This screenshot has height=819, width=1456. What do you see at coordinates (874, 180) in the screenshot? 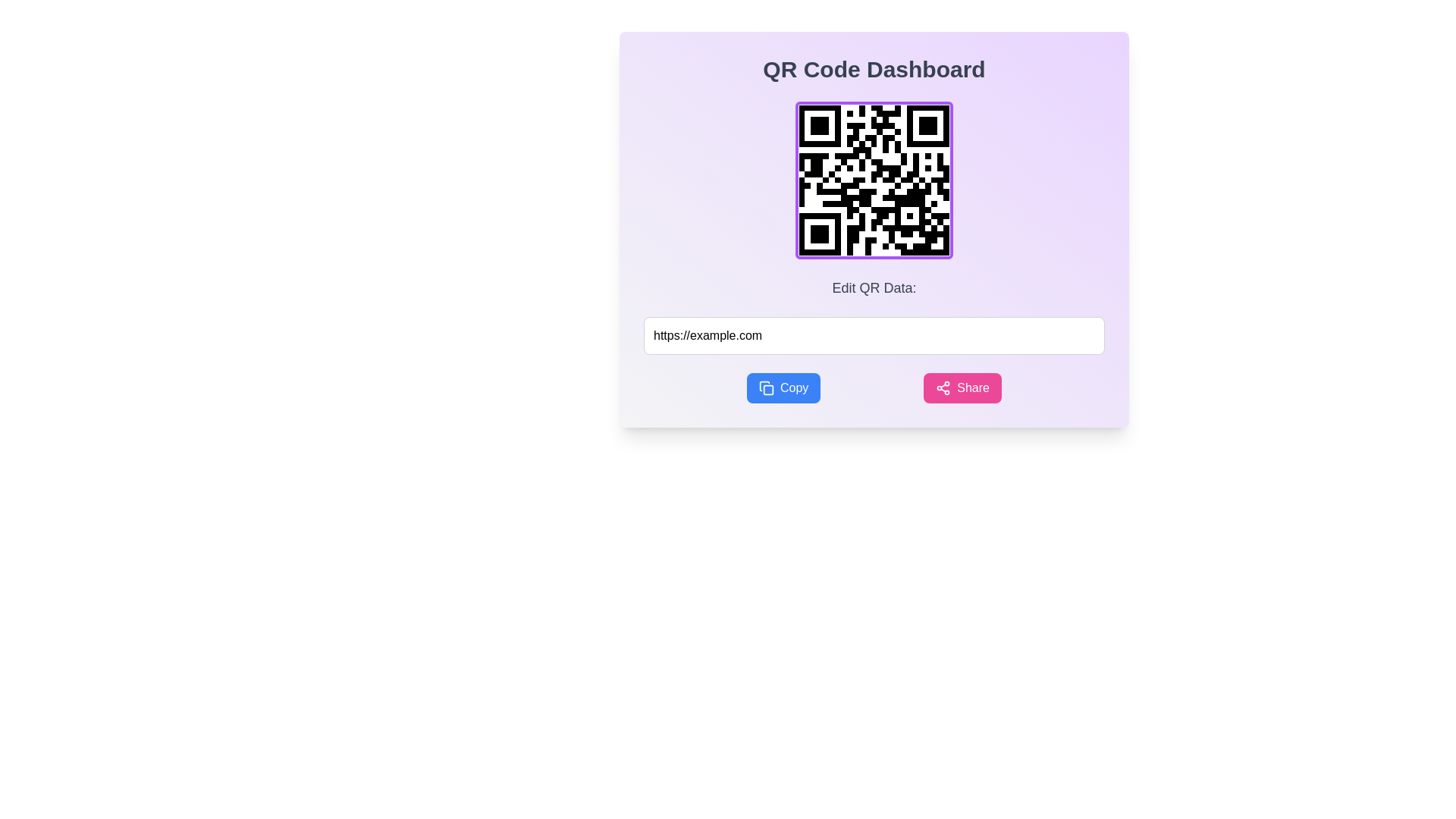
I see `the prominent QR code with a square grid-like pattern and a purple border` at bounding box center [874, 180].